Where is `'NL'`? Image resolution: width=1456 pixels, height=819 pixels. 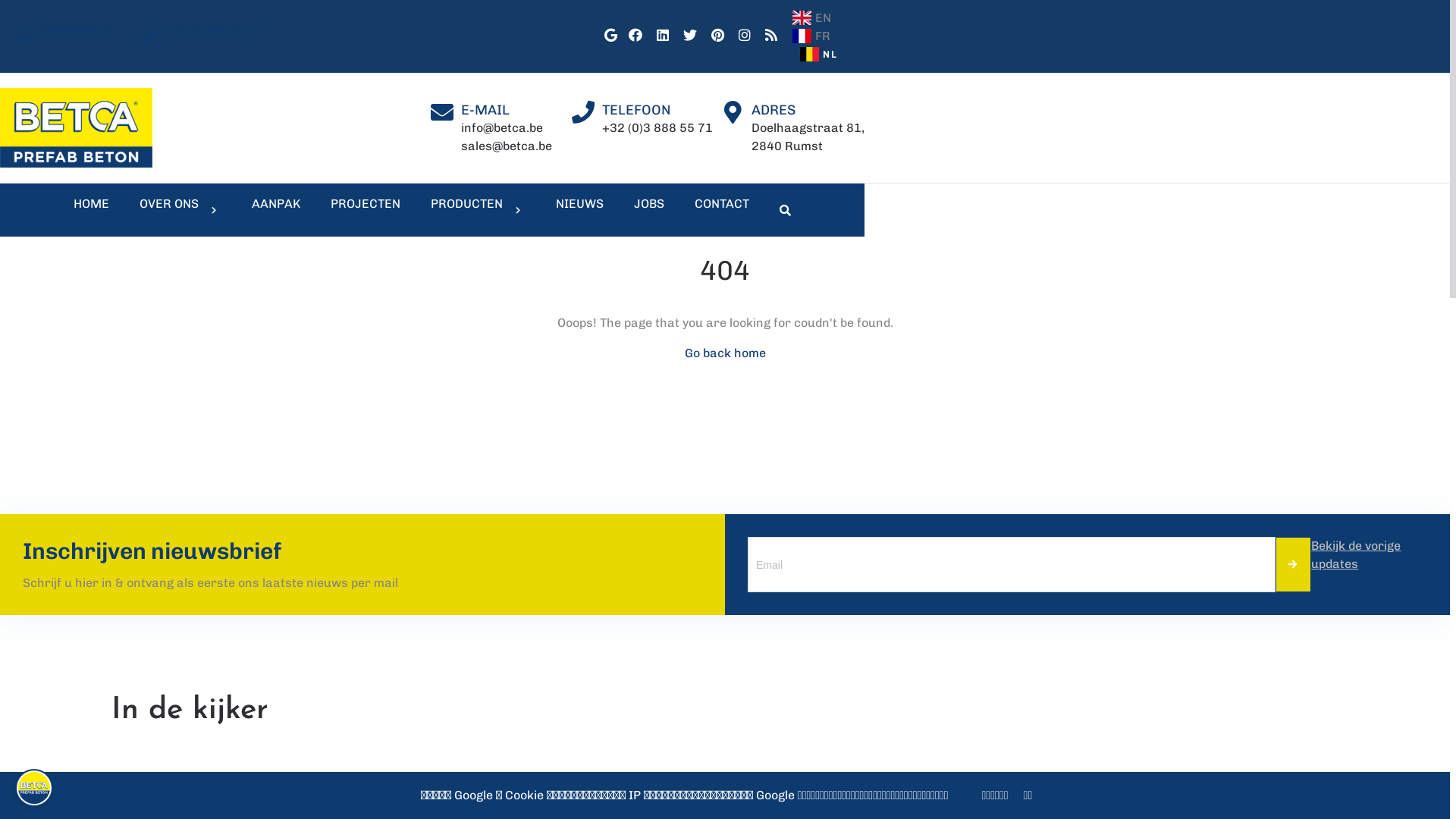
'NL' is located at coordinates (792, 54).